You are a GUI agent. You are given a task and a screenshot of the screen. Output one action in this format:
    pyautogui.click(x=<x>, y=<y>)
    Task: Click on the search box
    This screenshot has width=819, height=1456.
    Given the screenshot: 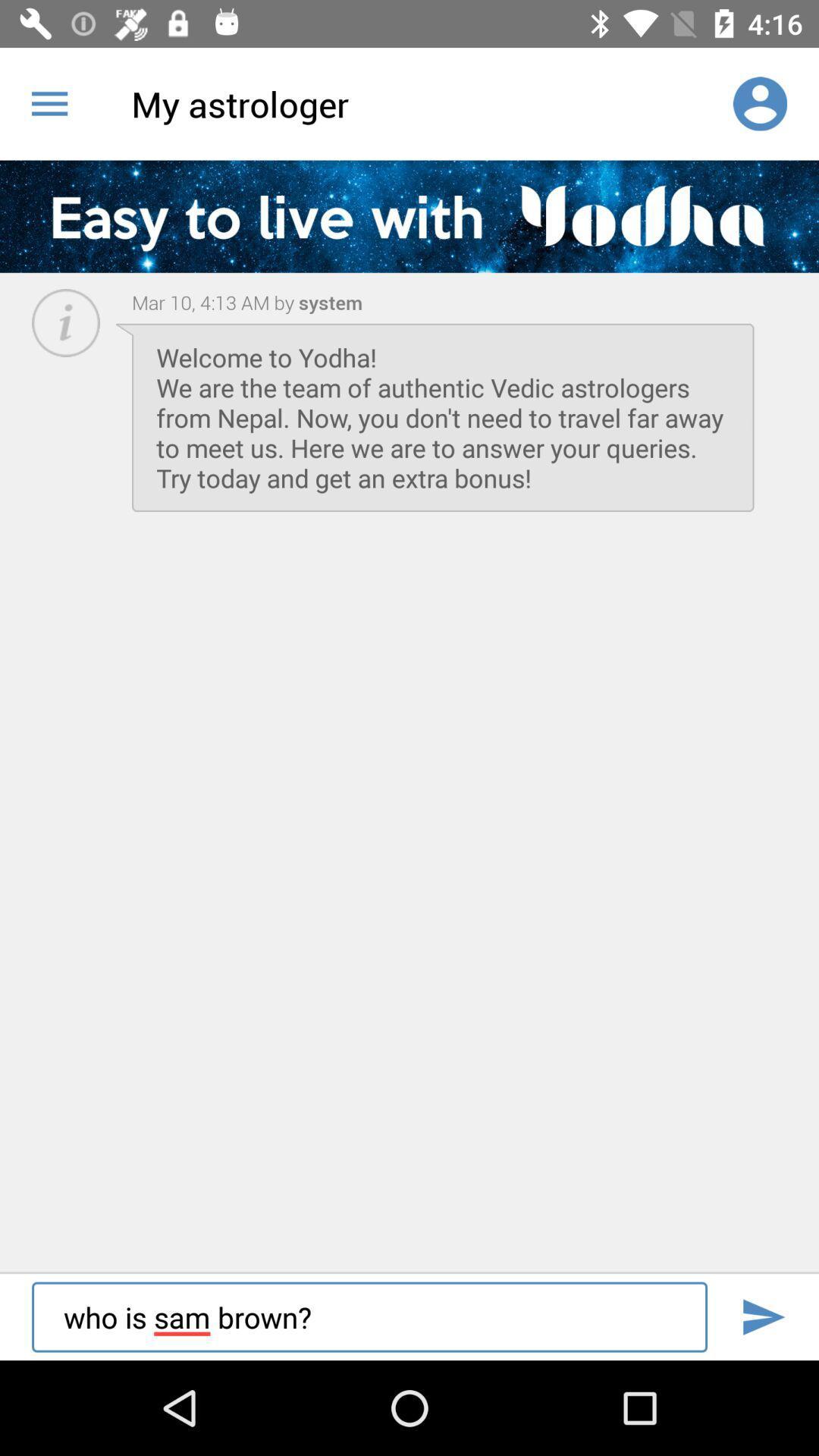 What is the action you would take?
    pyautogui.click(x=763, y=1316)
    